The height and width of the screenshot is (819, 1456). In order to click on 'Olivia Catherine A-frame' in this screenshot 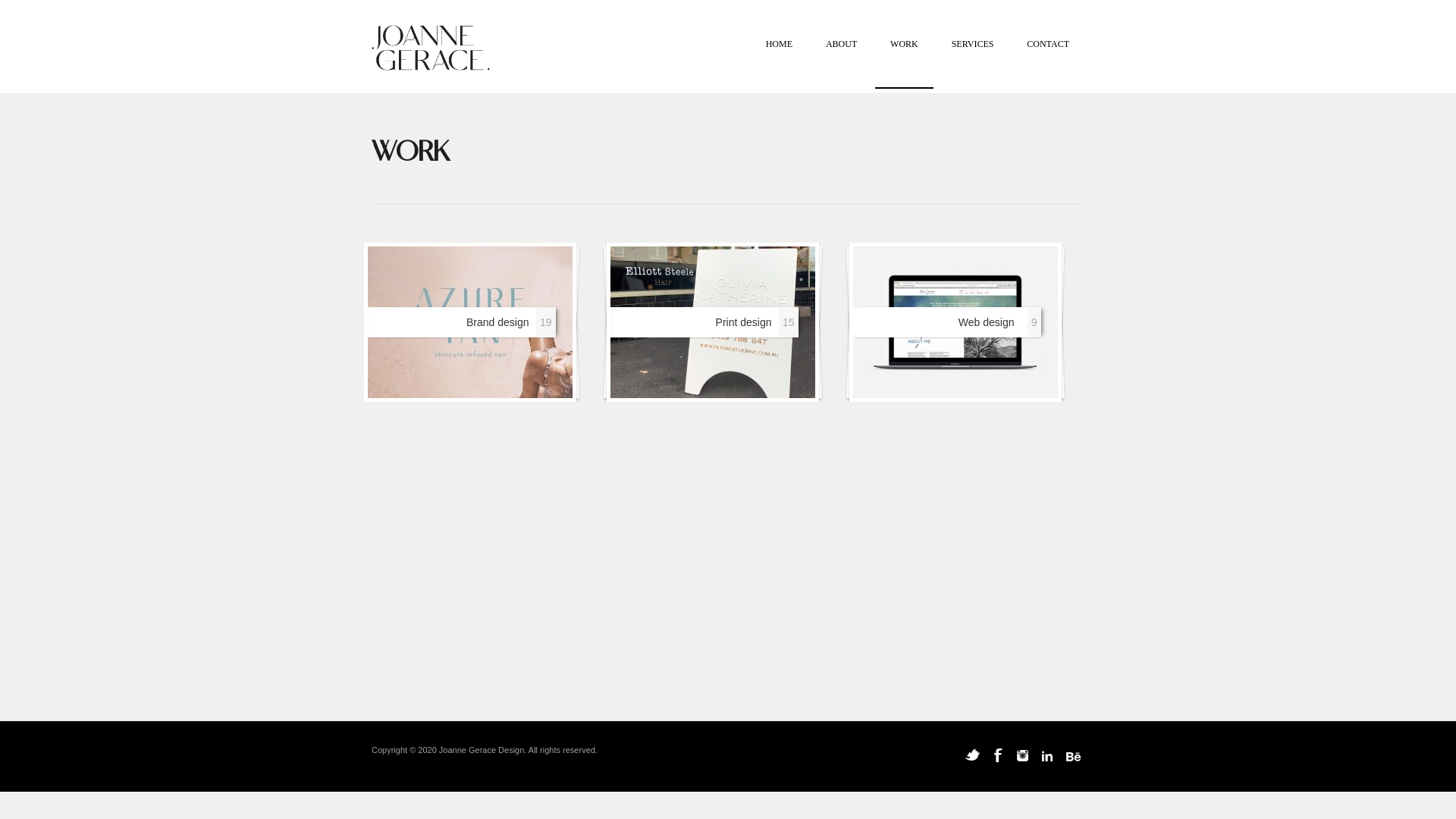, I will do `click(712, 321)`.